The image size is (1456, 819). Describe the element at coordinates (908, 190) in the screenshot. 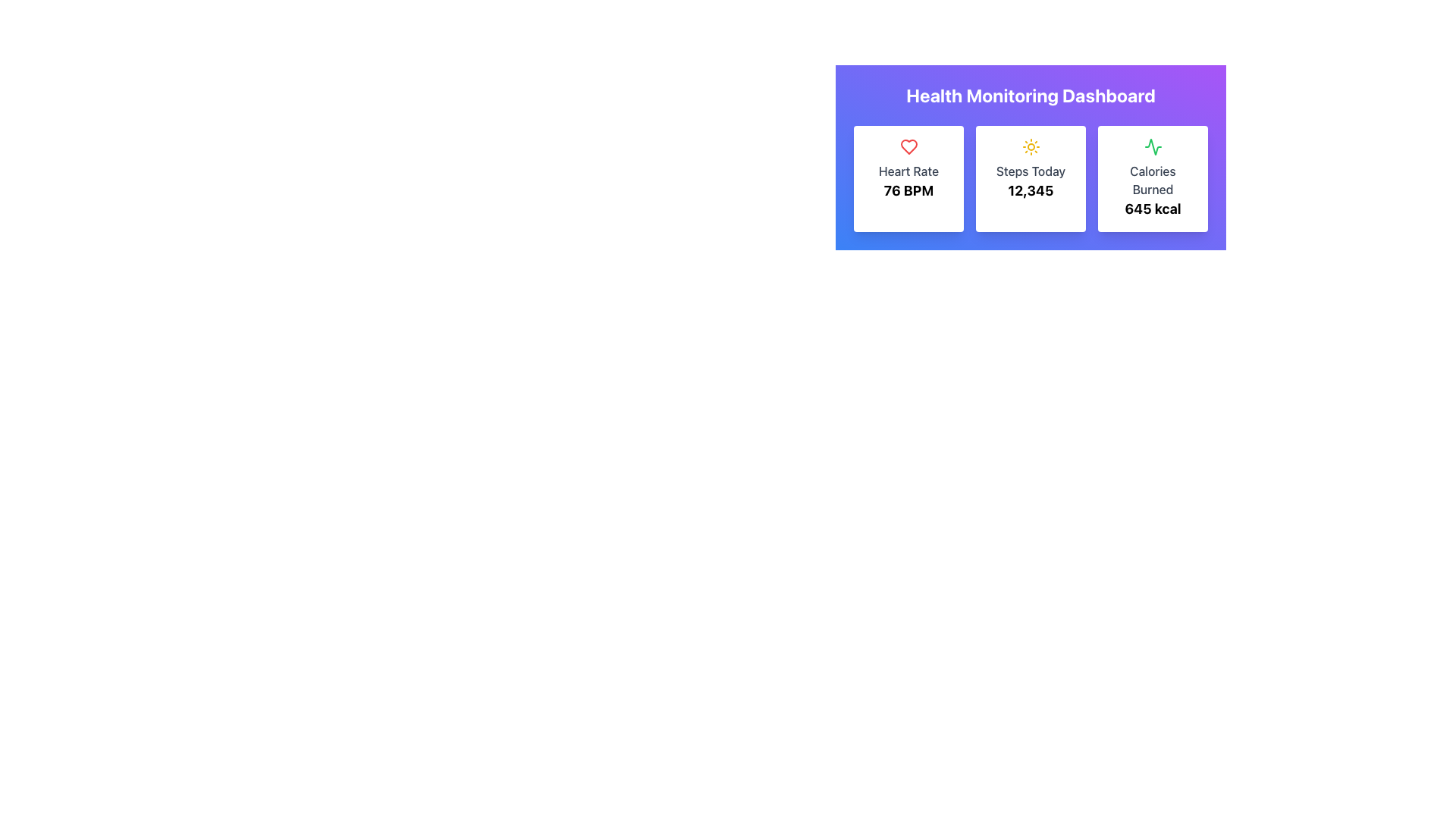

I see `the heart rate display text located beneath the 'Heart Rate' header in the 'Heart Rate' card of the 'Health Monitoring Dashboard'` at that location.